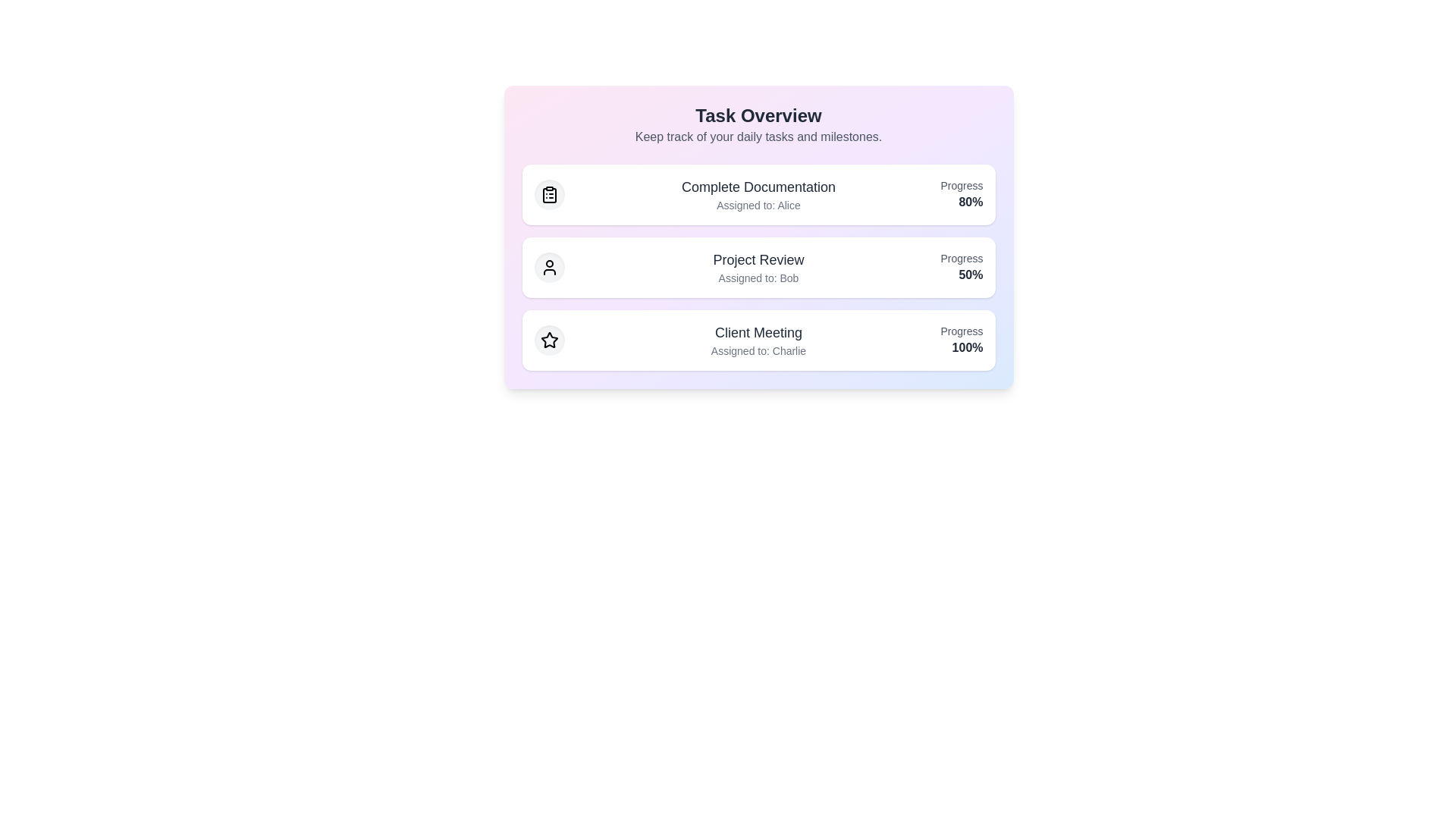 Image resolution: width=1456 pixels, height=819 pixels. What do you see at coordinates (548, 194) in the screenshot?
I see `the task icon corresponding to Complete Documentation` at bounding box center [548, 194].